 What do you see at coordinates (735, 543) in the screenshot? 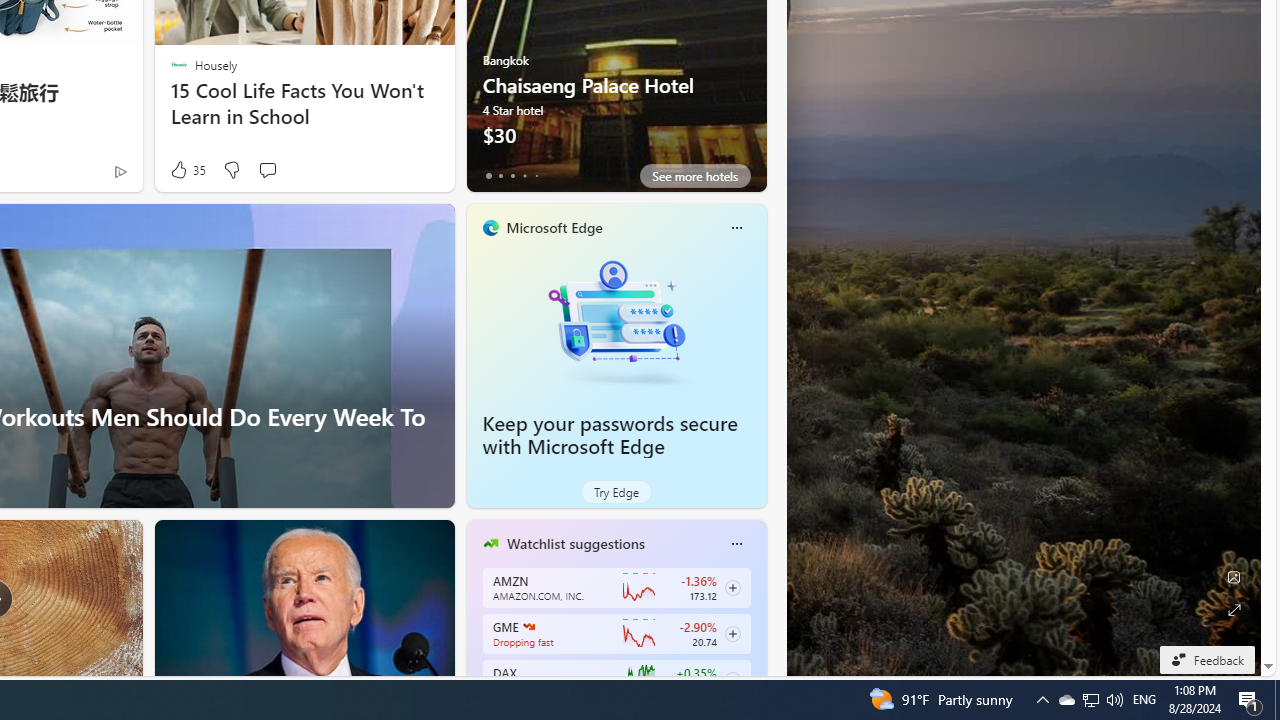
I see `'Class: icon-img'` at bounding box center [735, 543].